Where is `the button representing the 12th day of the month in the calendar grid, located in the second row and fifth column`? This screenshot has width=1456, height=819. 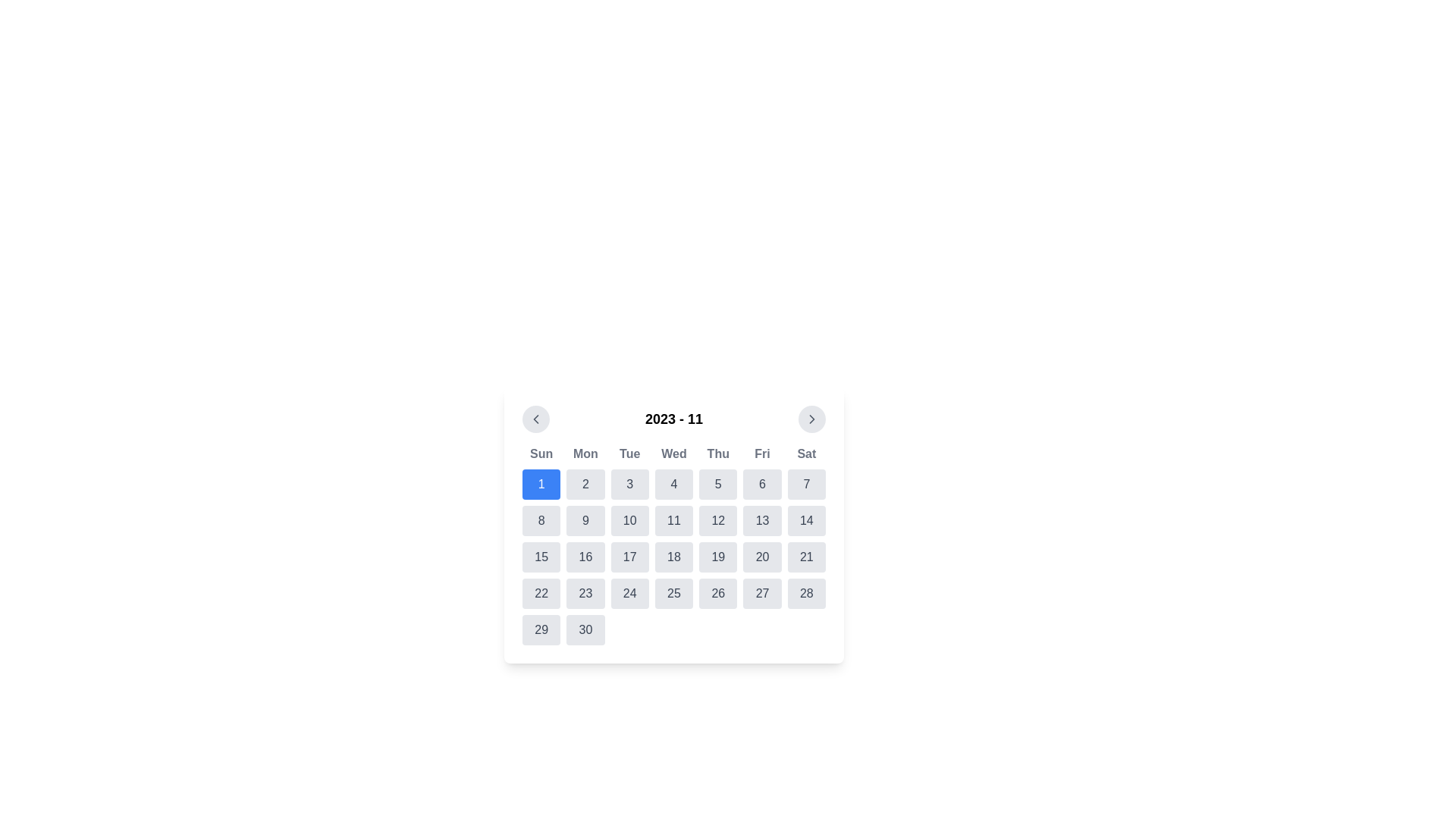
the button representing the 12th day of the month in the calendar grid, located in the second row and fifth column is located at coordinates (717, 519).